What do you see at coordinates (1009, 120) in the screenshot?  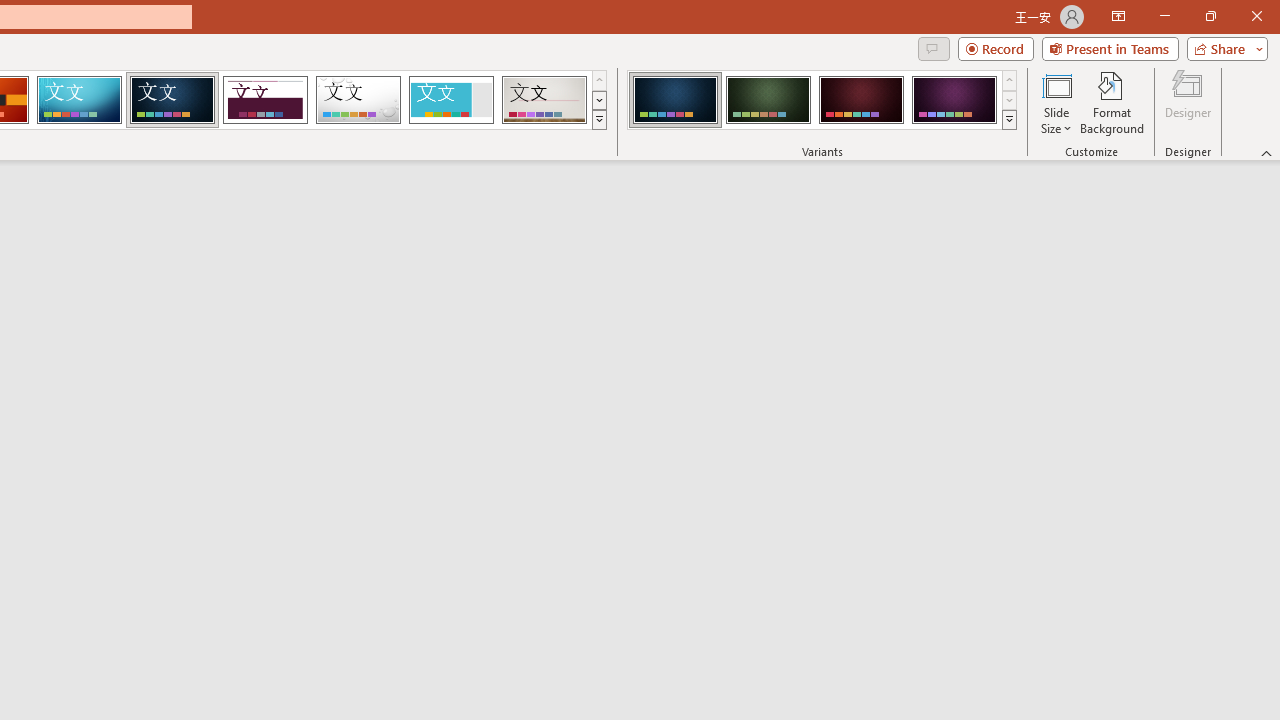 I see `'Variants'` at bounding box center [1009, 120].